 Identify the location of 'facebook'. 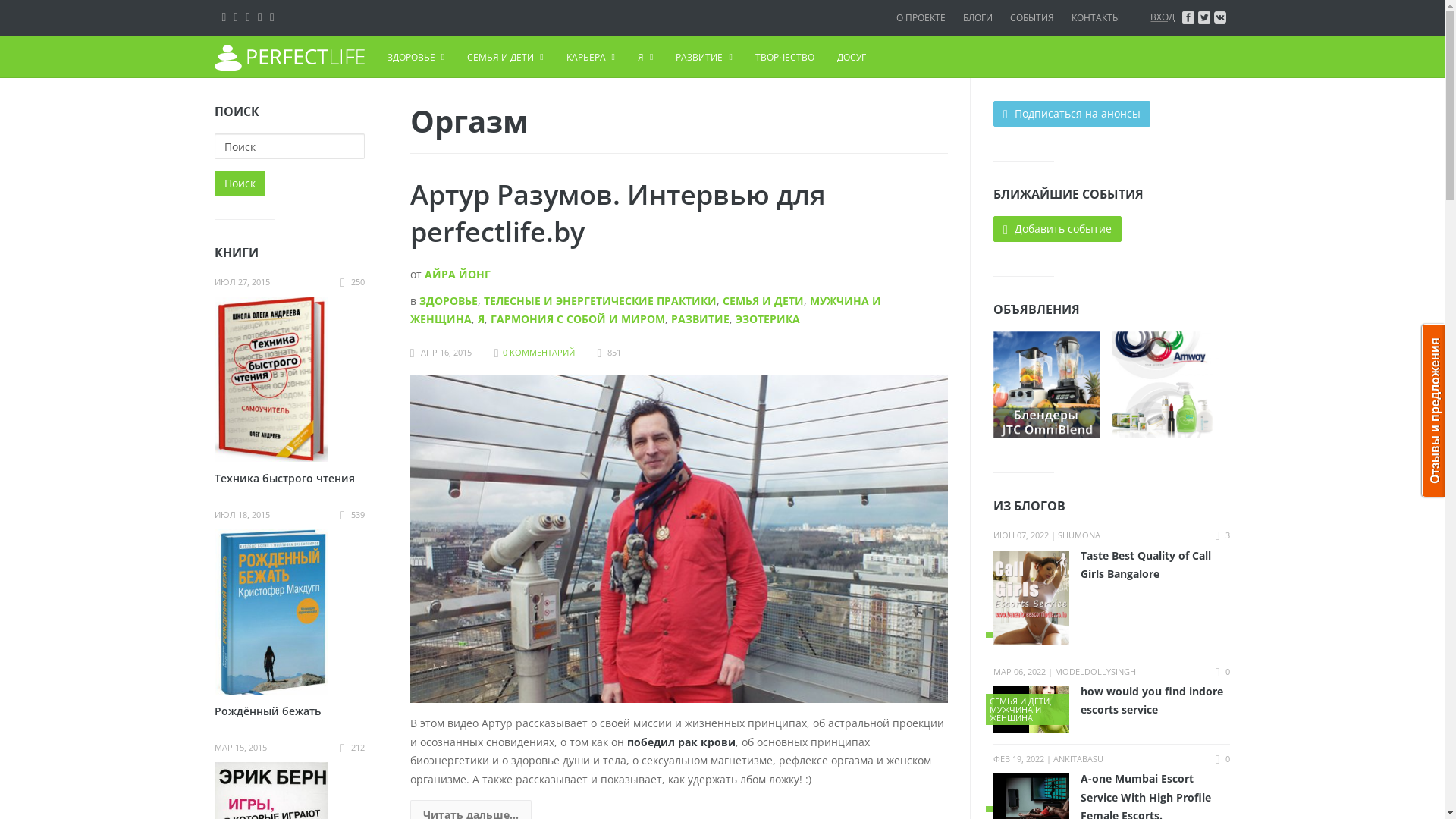
(1187, 17).